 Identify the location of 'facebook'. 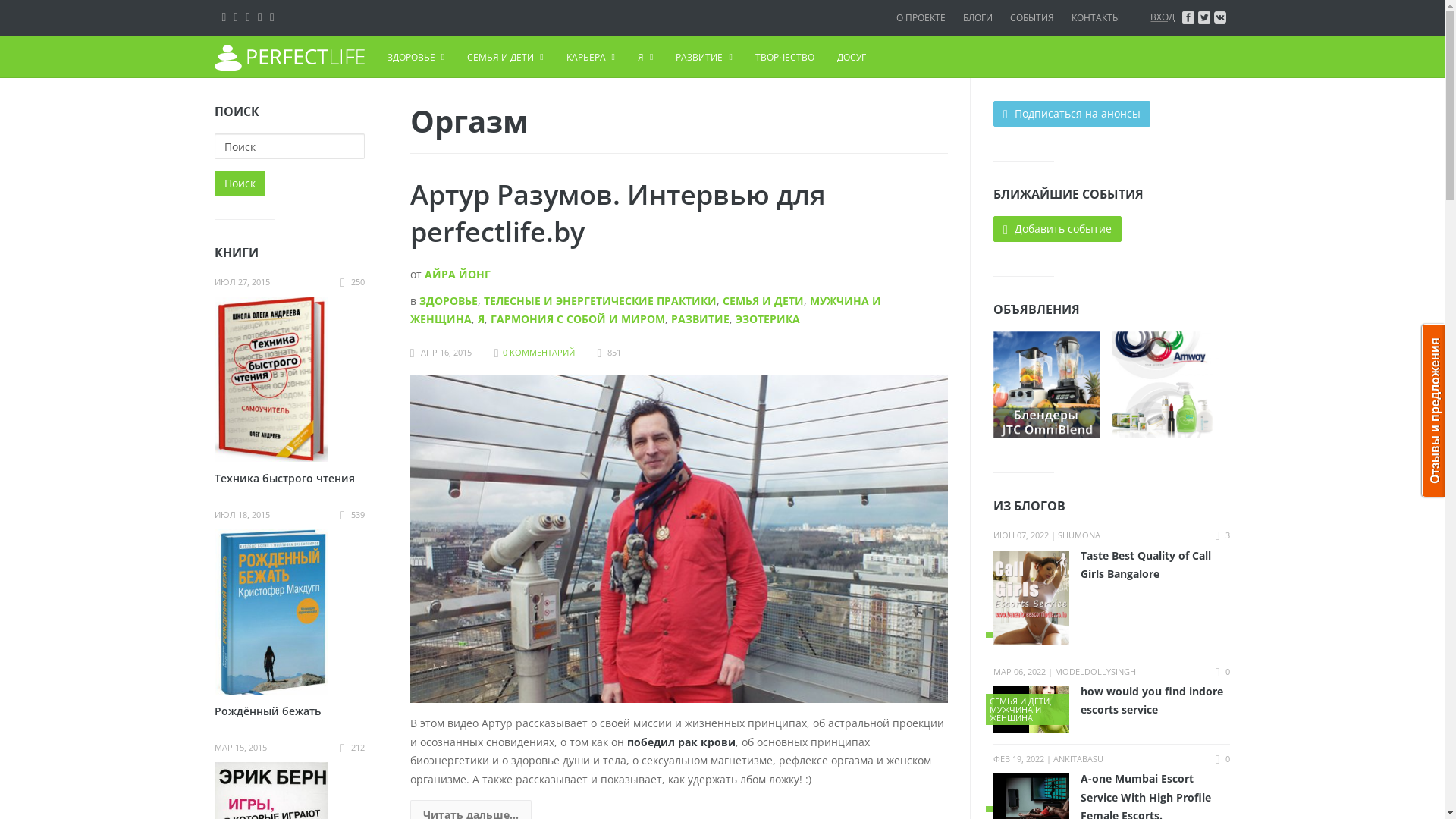
(1187, 17).